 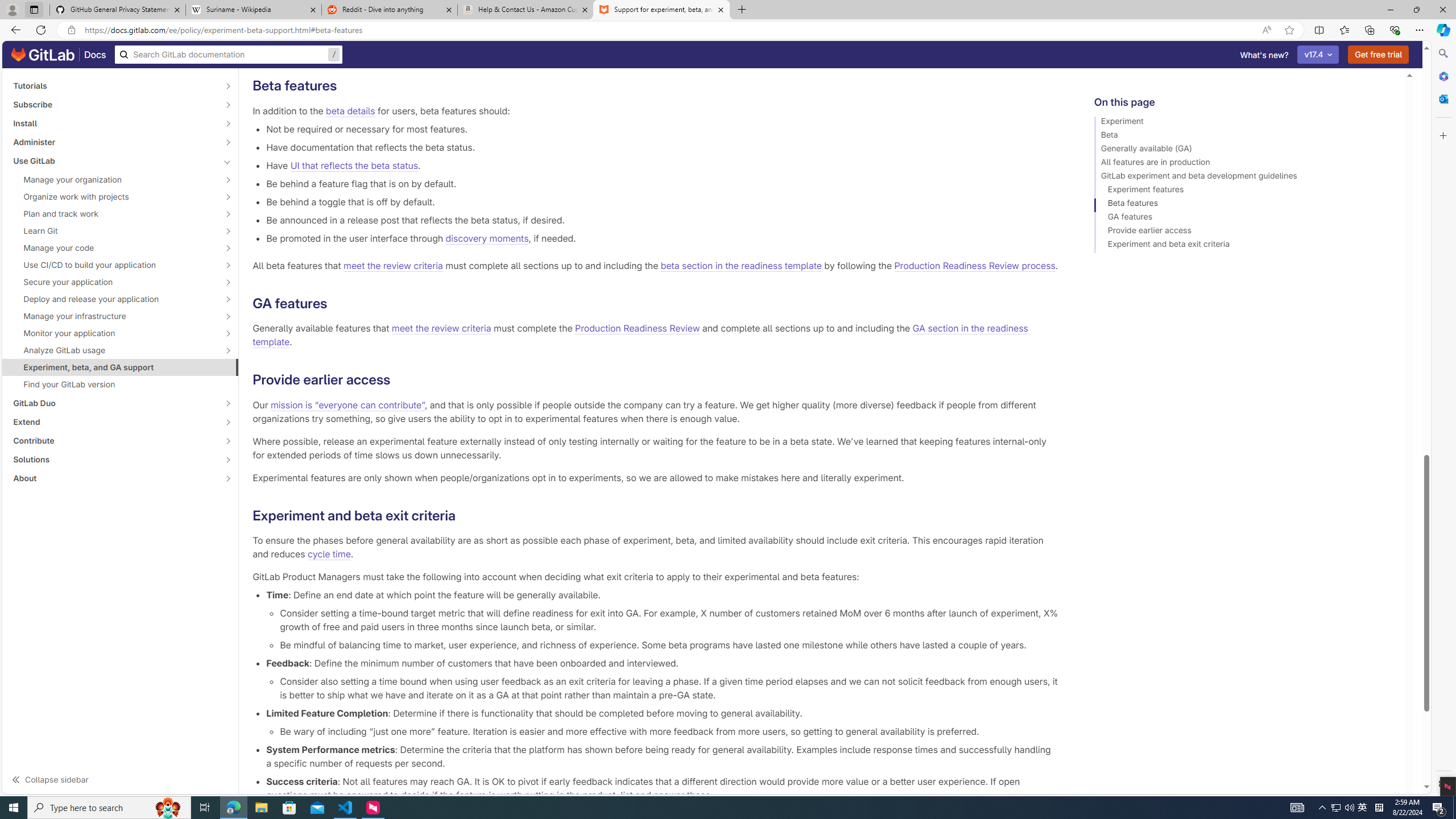 What do you see at coordinates (1379, 54) in the screenshot?
I see `'Get free trial'` at bounding box center [1379, 54].